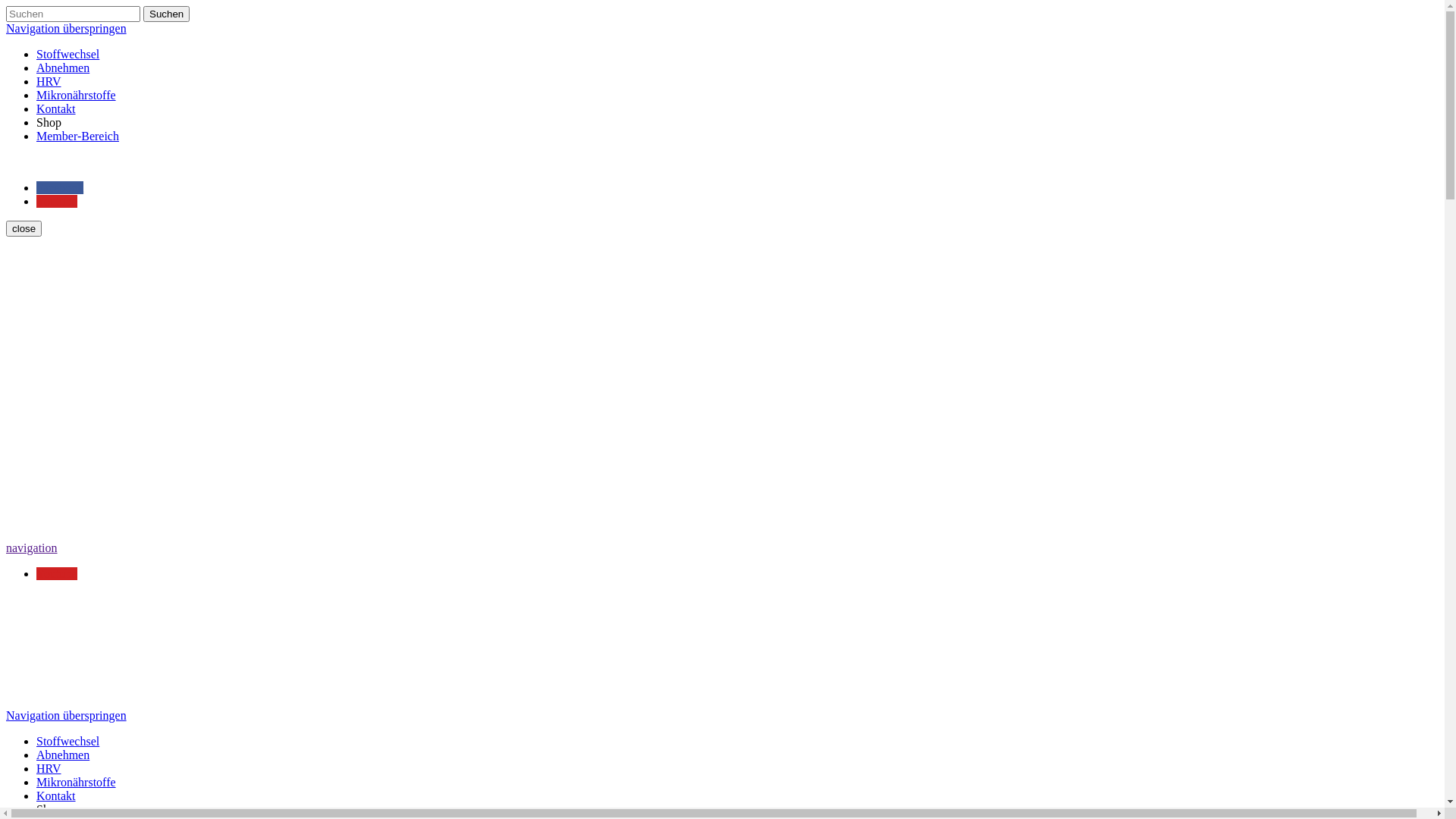 Image resolution: width=1456 pixels, height=819 pixels. Describe the element at coordinates (77, 135) in the screenshot. I see `'Member-Bereich'` at that location.